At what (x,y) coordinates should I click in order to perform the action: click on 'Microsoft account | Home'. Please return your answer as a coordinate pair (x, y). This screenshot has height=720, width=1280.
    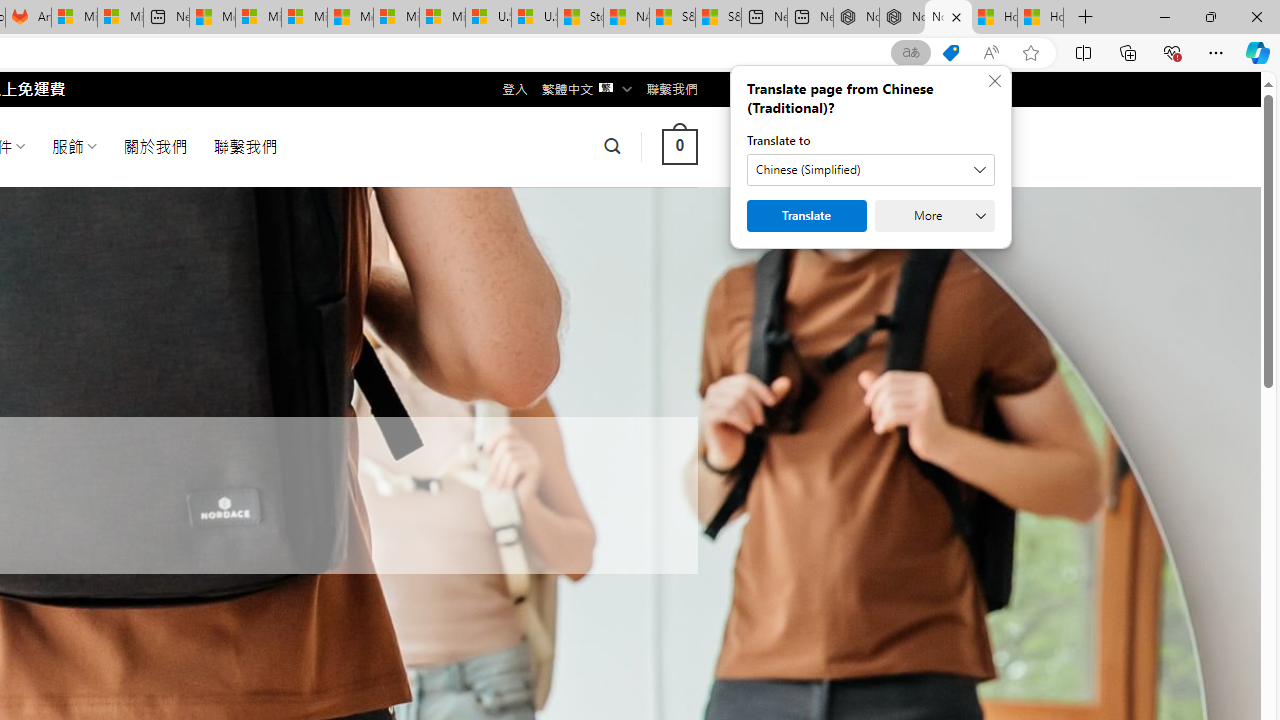
    Looking at the image, I should click on (303, 17).